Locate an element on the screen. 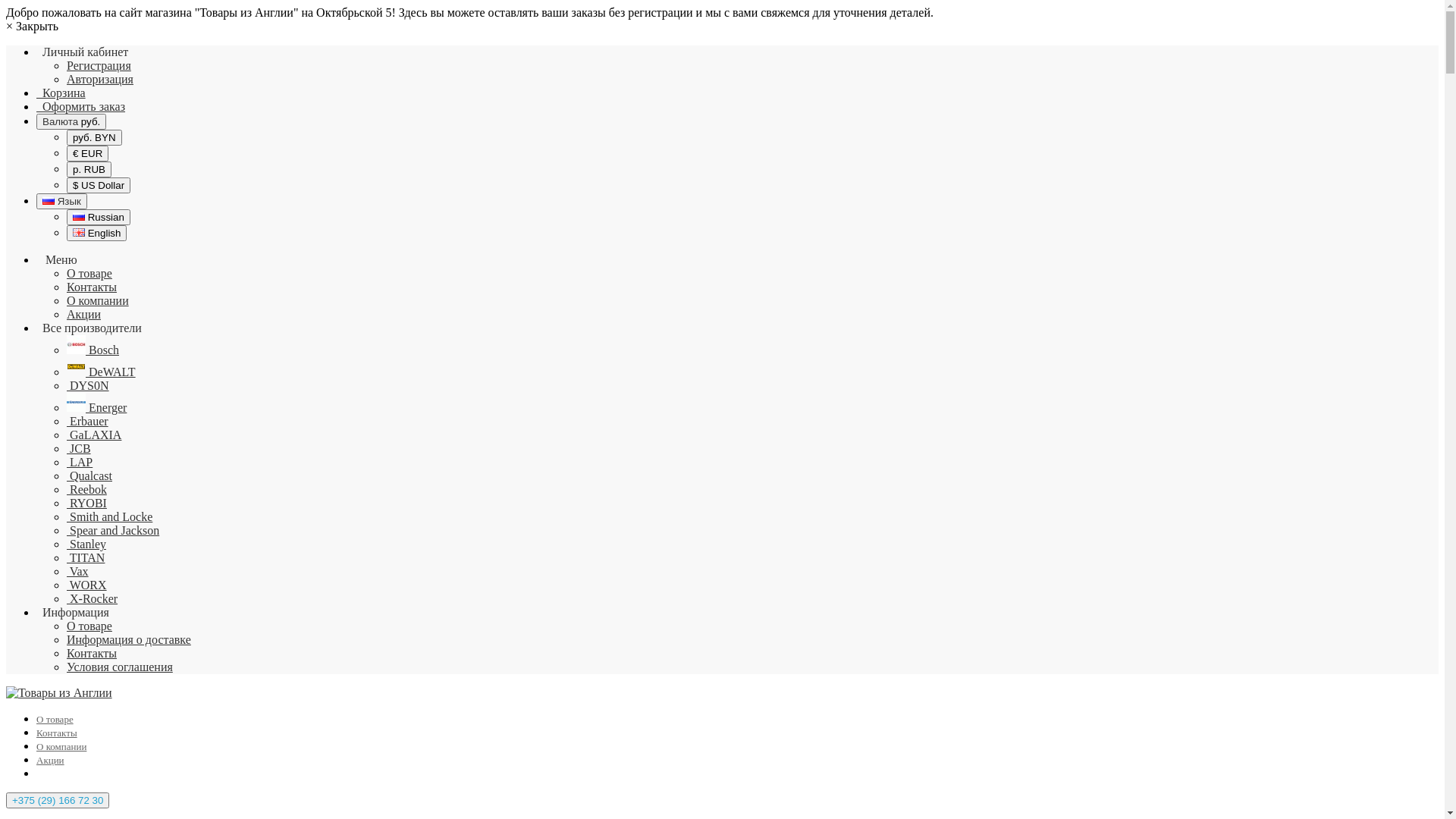 This screenshot has height=819, width=1456. 'Russian' is located at coordinates (78, 216).